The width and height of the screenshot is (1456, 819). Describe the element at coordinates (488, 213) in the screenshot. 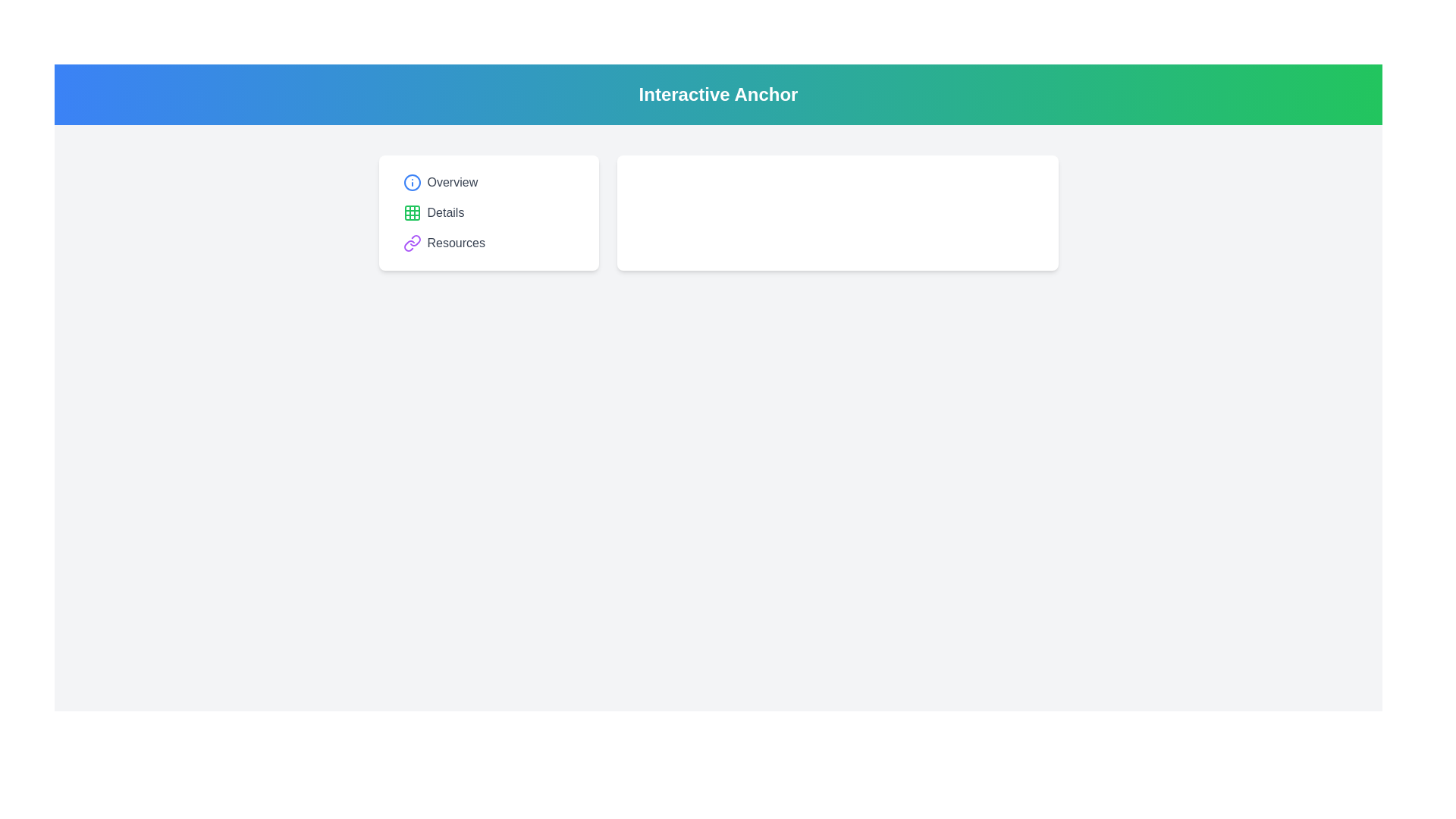

I see `the interactive button located as the second option in a vertical list, which activates the detailed view associated with the 'Details' section` at that location.